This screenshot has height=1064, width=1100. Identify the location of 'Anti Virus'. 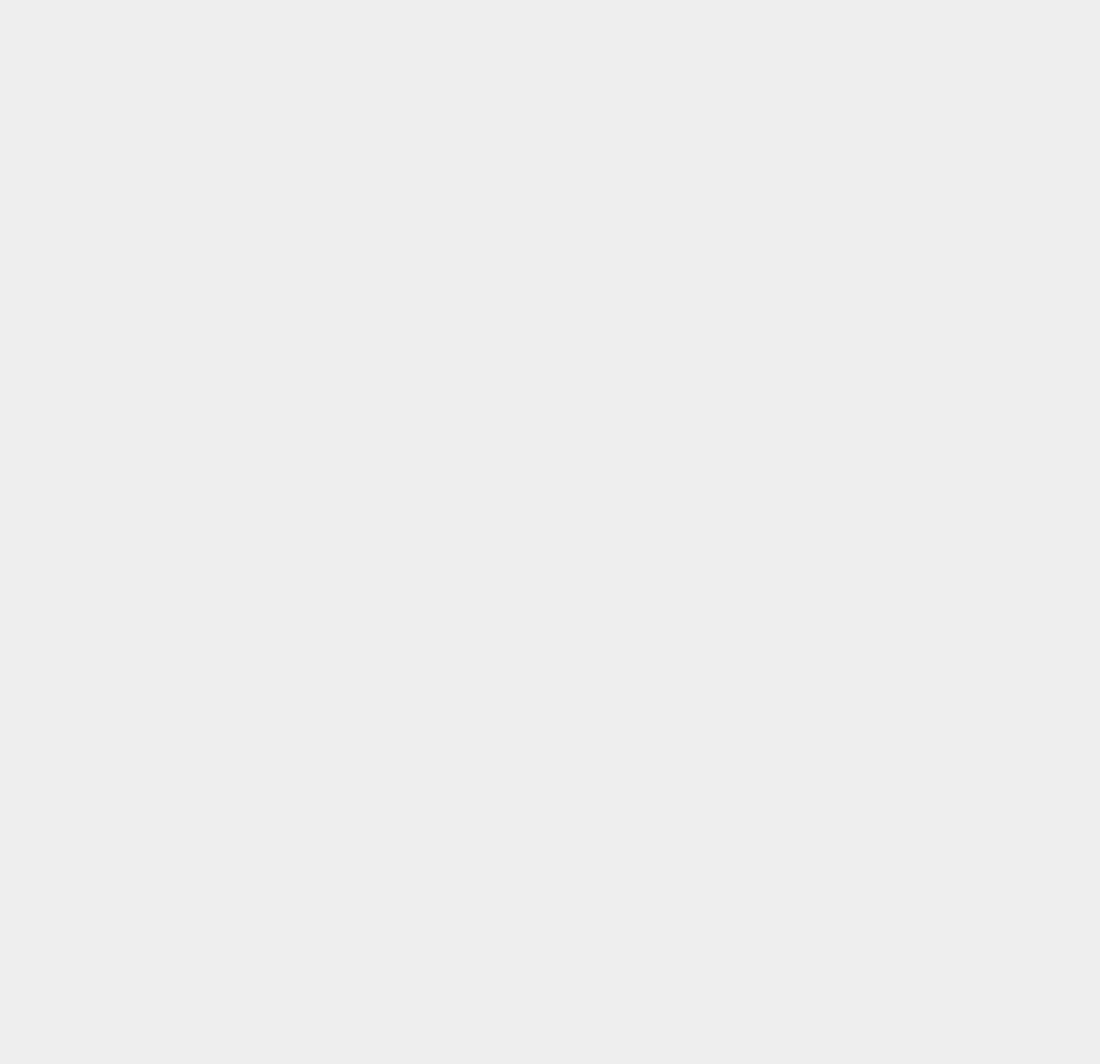
(807, 1040).